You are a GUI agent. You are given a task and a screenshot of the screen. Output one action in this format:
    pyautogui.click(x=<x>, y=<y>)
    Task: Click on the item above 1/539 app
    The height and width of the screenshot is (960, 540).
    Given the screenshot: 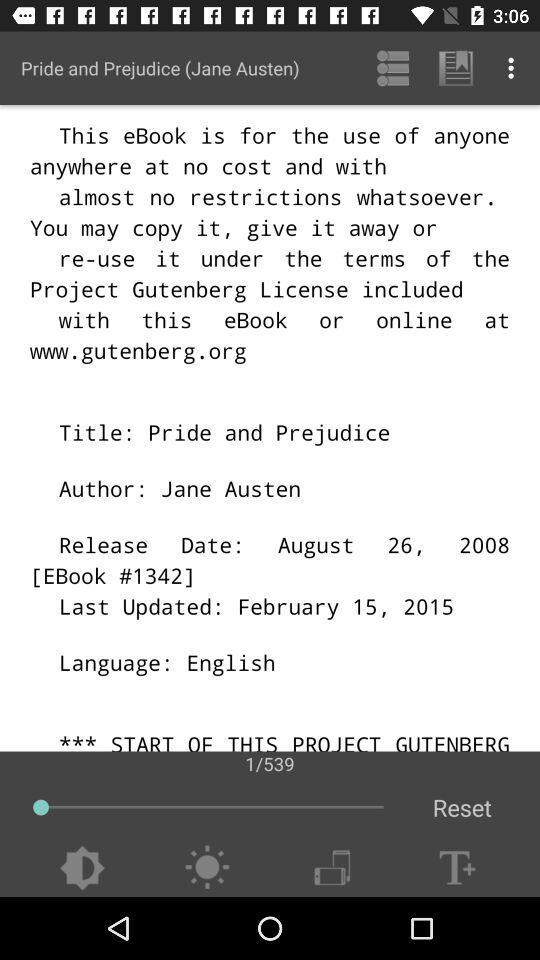 What is the action you would take?
    pyautogui.click(x=513, y=68)
    